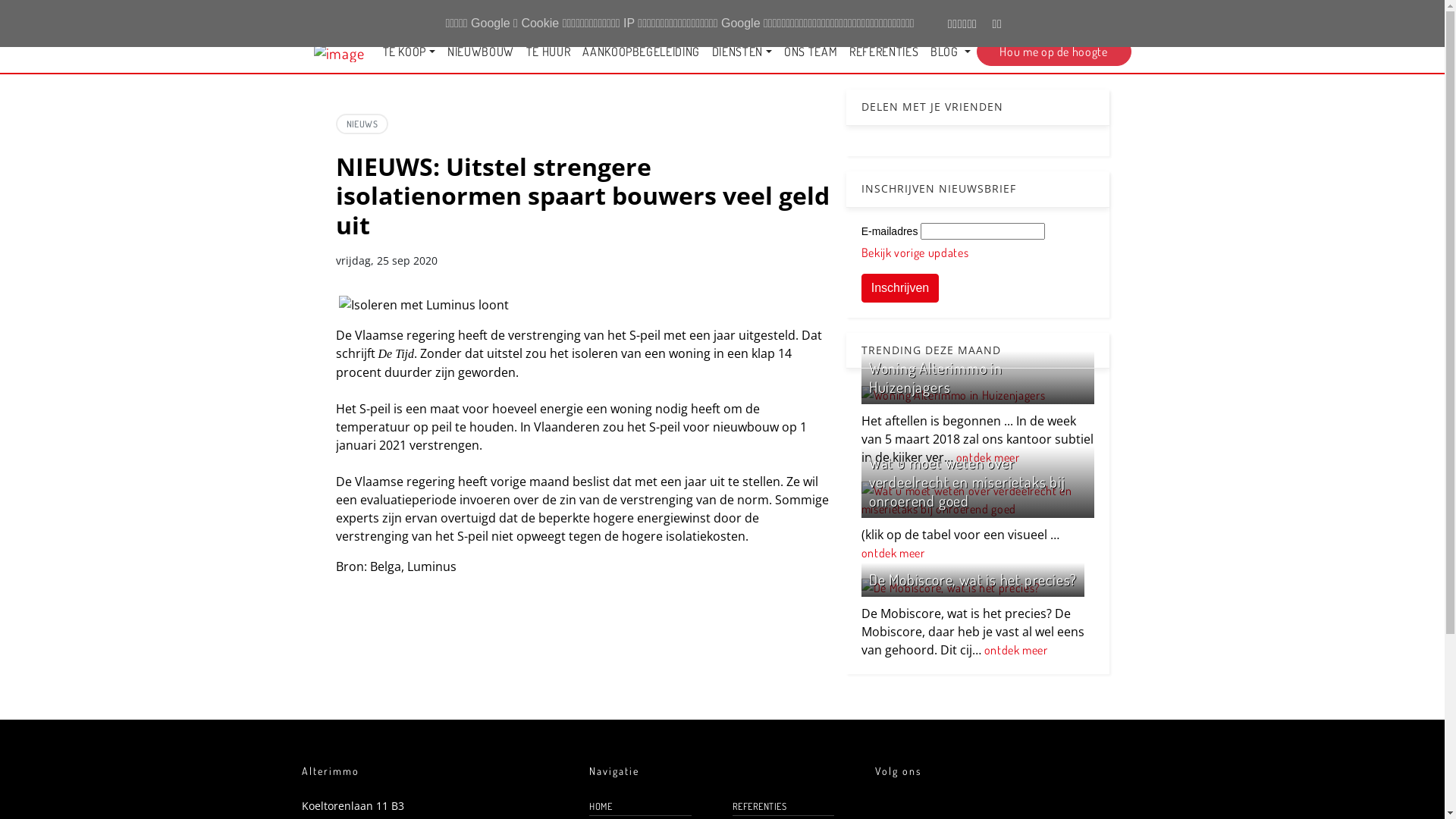 The width and height of the screenshot is (1456, 819). What do you see at coordinates (1053, 51) in the screenshot?
I see `'Hou me op de hoogte'` at bounding box center [1053, 51].